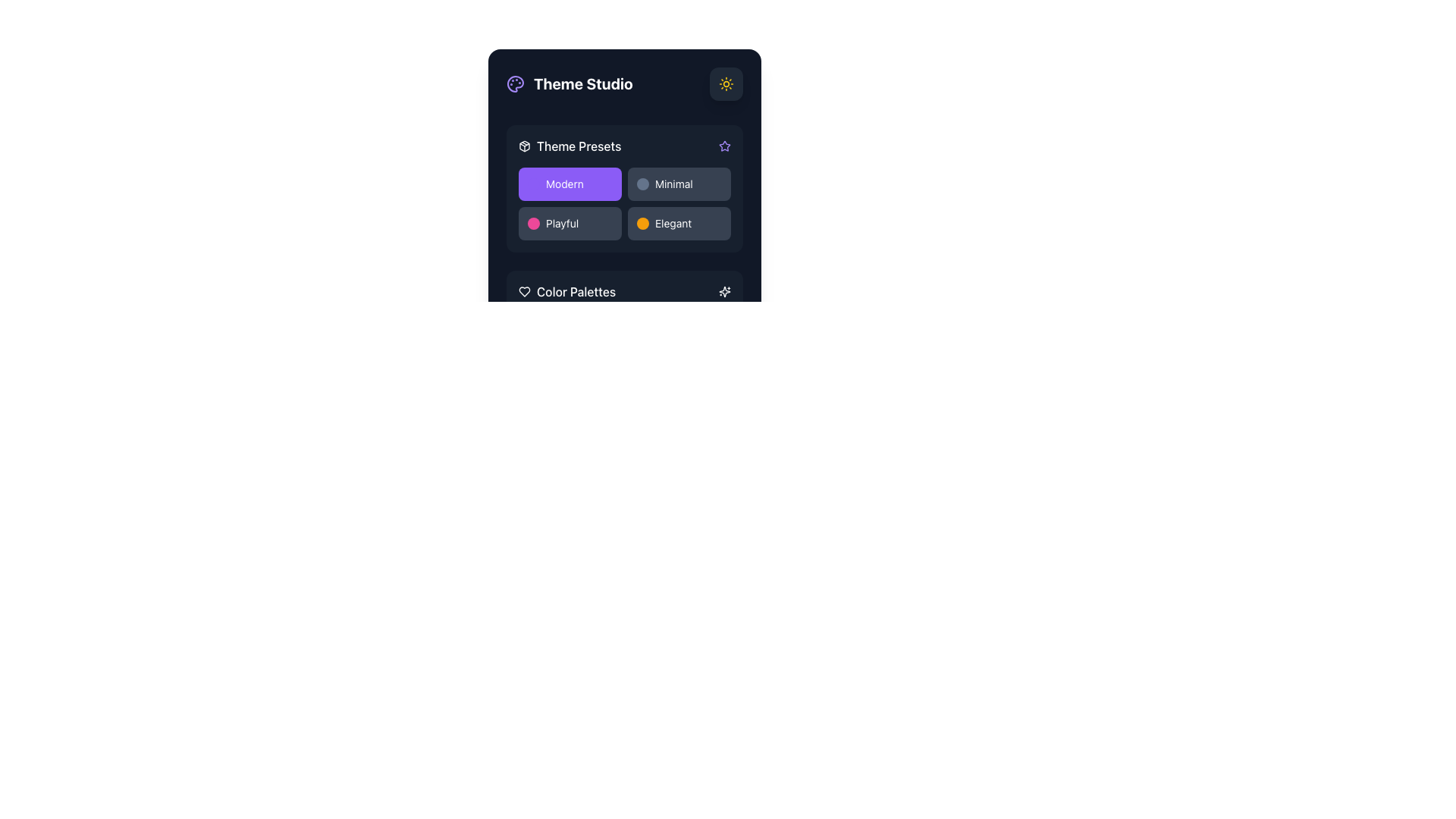  I want to click on the 'Elegant' theme button located in the bottom-right quadrant of the grid within the 'Theme Presets' section, so click(679, 223).